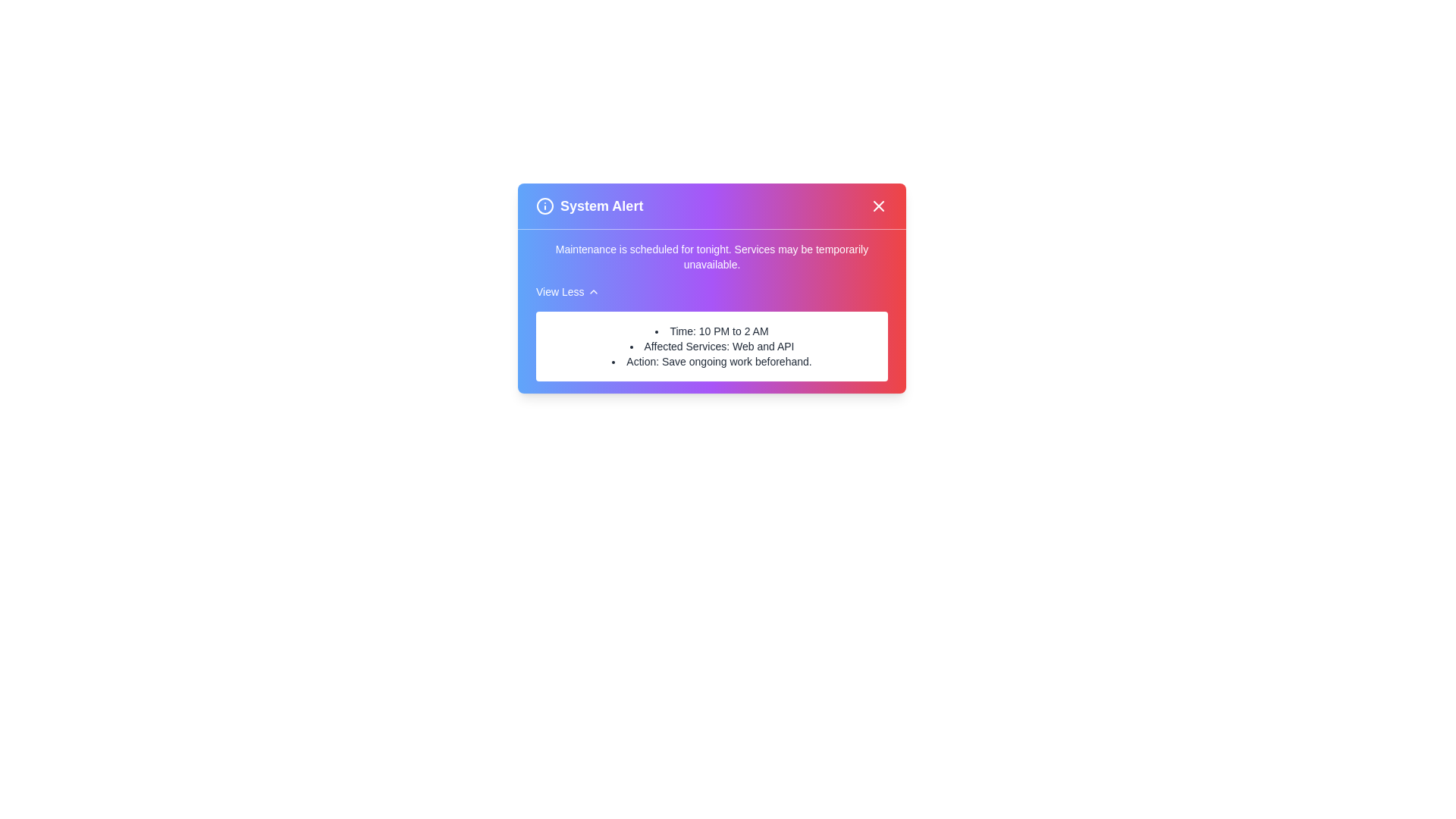 The width and height of the screenshot is (1456, 819). Describe the element at coordinates (566, 292) in the screenshot. I see `the 'View Less' button to toggle the visibility of additional details` at that location.